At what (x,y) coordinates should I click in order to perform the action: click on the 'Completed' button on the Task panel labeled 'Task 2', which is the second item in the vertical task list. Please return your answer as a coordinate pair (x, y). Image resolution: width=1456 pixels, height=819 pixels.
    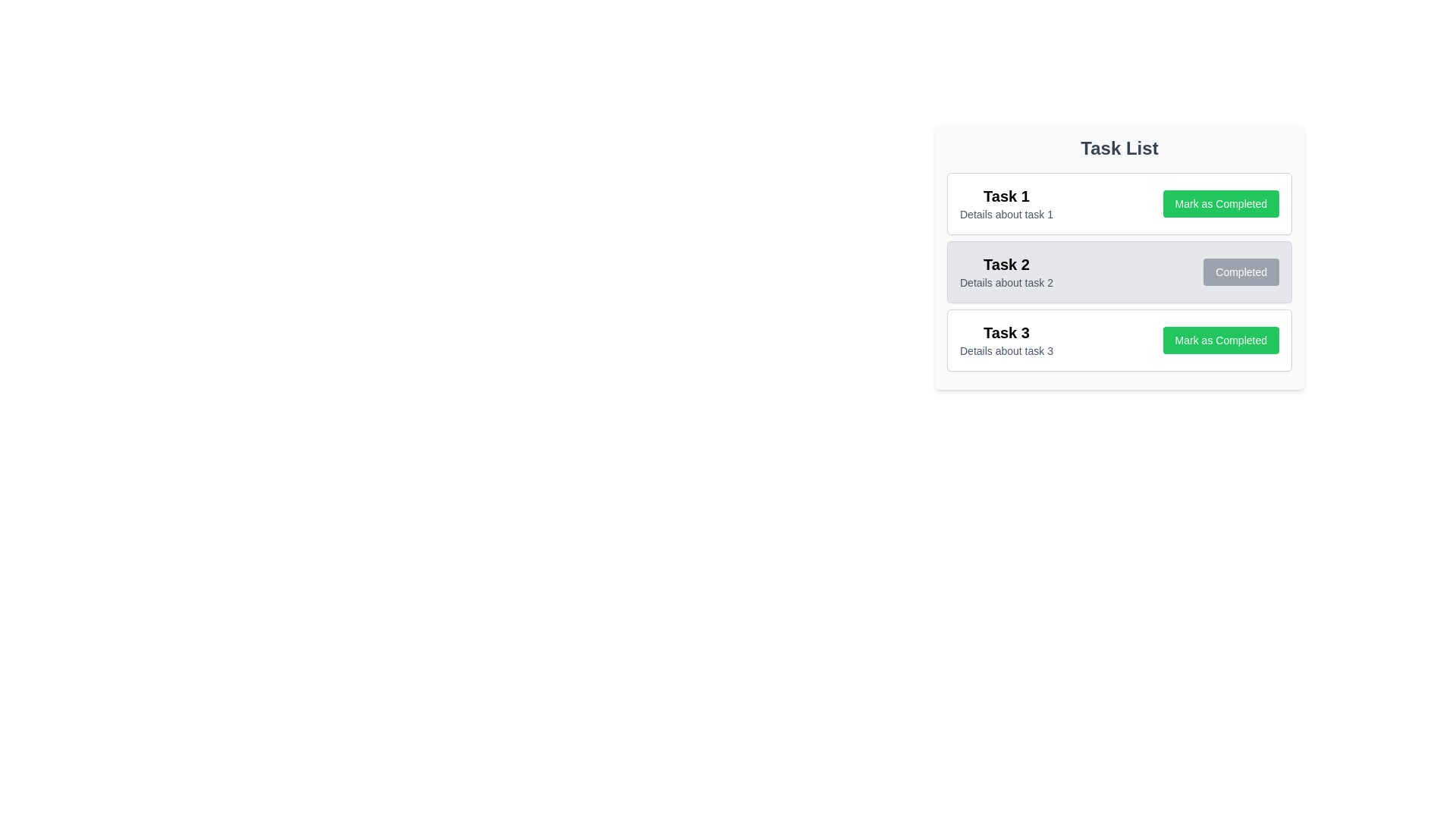
    Looking at the image, I should click on (1119, 256).